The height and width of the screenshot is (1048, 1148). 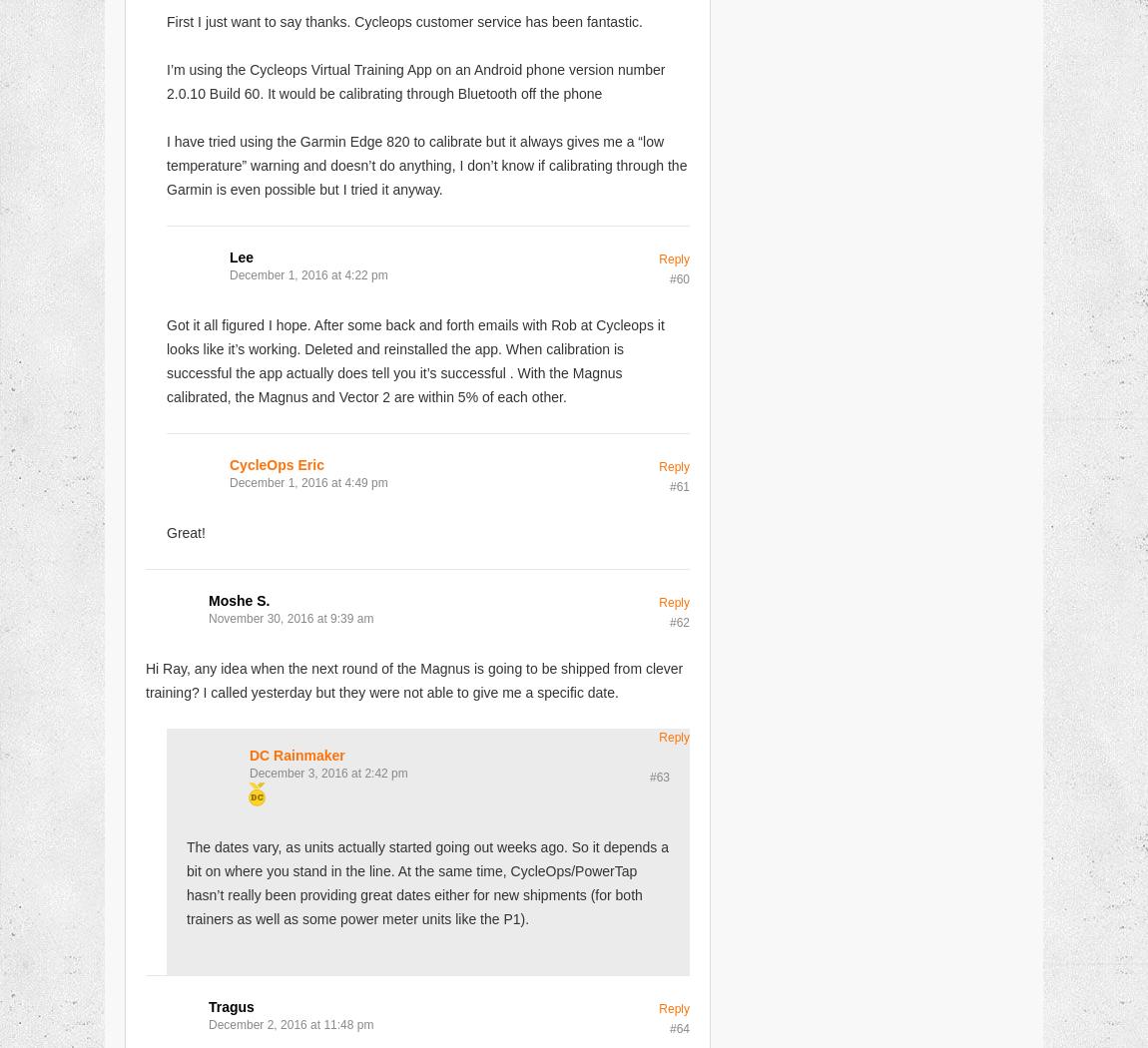 What do you see at coordinates (415, 80) in the screenshot?
I see `'I’m using the Cycleops Virtual Training App on an Android phone version number 2.0.10 Build 60. It would be calibrating through Bluetooth off the phone'` at bounding box center [415, 80].